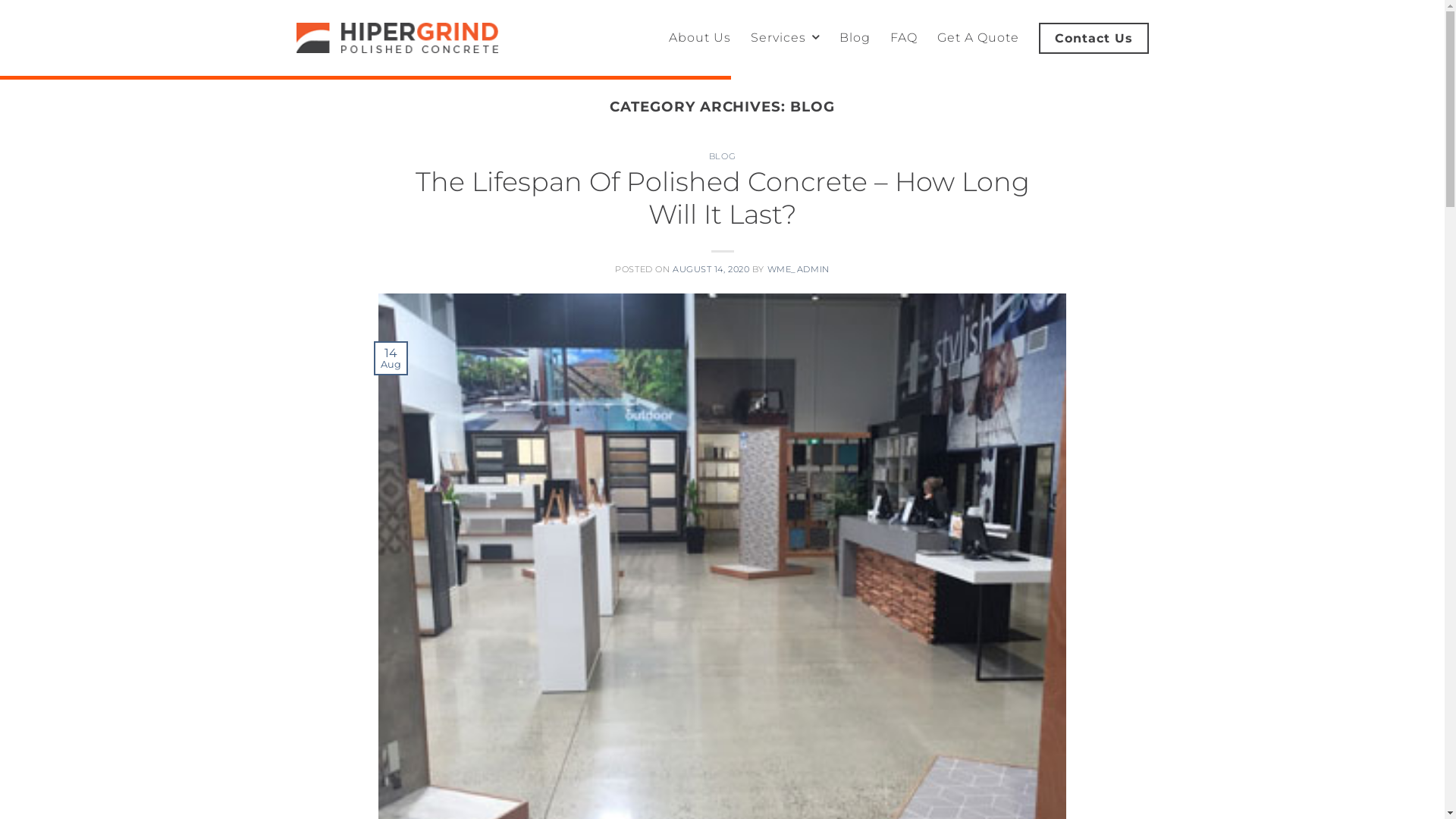  Describe the element at coordinates (785, 36) in the screenshot. I see `'Services'` at that location.